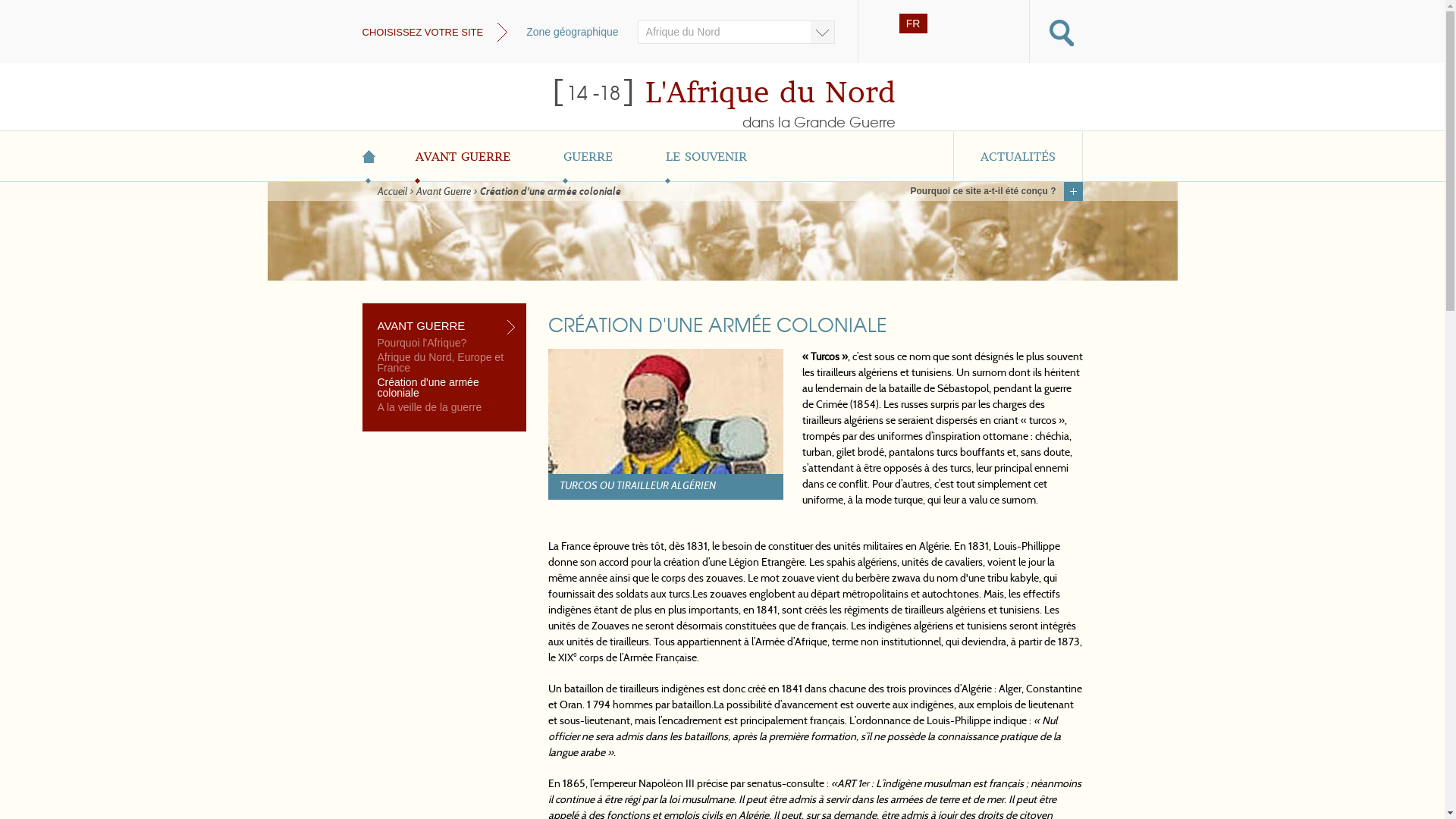 Image resolution: width=1456 pixels, height=819 pixels. I want to click on 'LE SOUVENIR', so click(704, 155).